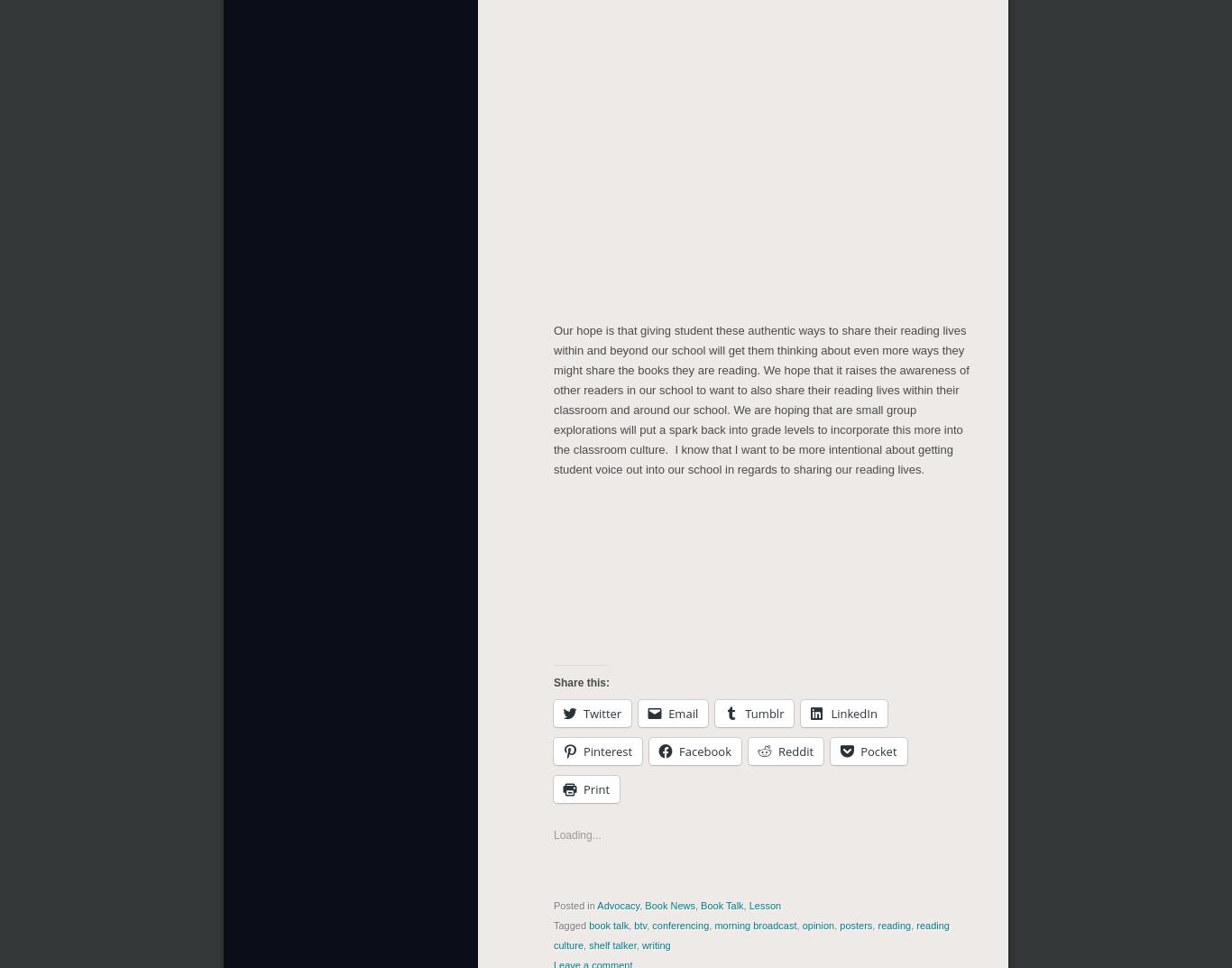 The height and width of the screenshot is (968, 1232). Describe the element at coordinates (855, 925) in the screenshot. I see `'posters'` at that location.